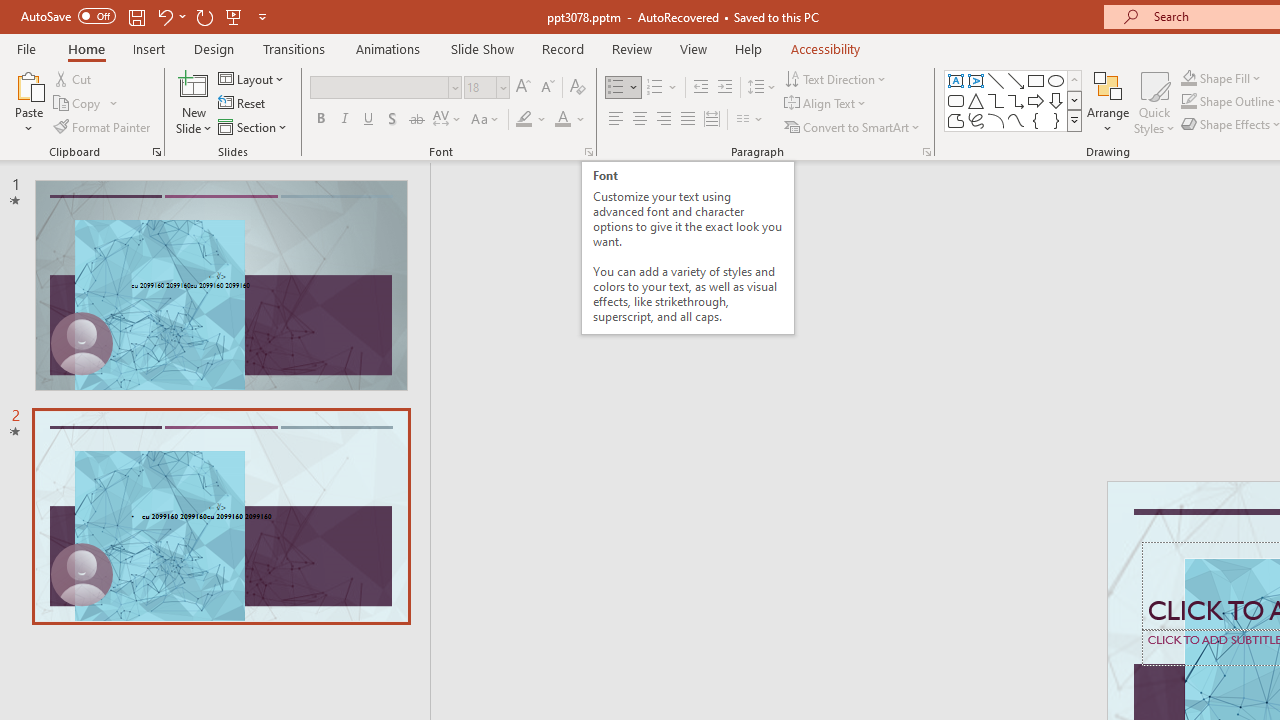 The image size is (1280, 720). Describe the element at coordinates (135, 16) in the screenshot. I see `'Save'` at that location.